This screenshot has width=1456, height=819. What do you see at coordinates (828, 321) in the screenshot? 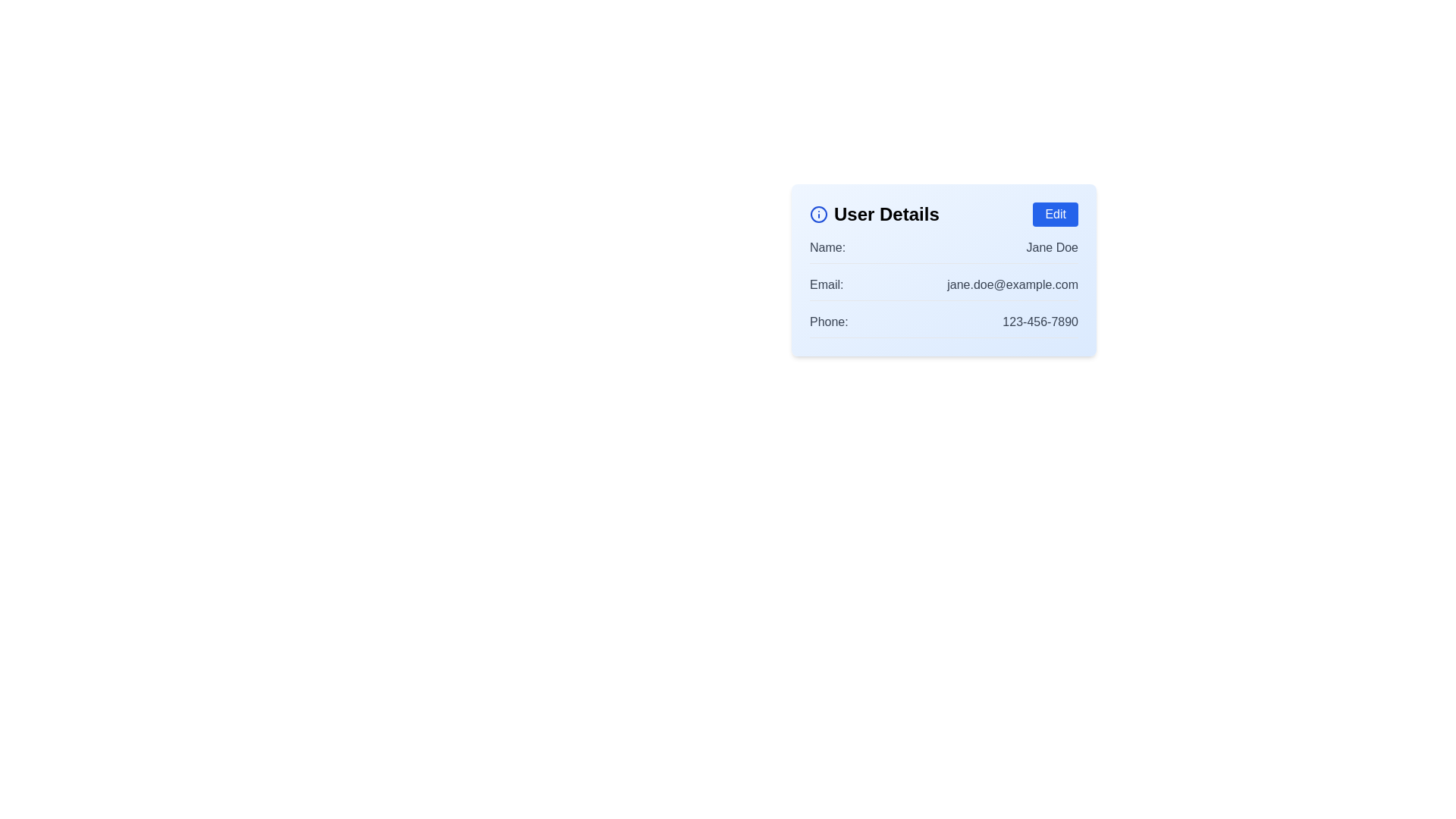
I see `text label that describes the phone number, located in the 'User Details' panel, positioned to the left of the phone number` at bounding box center [828, 321].